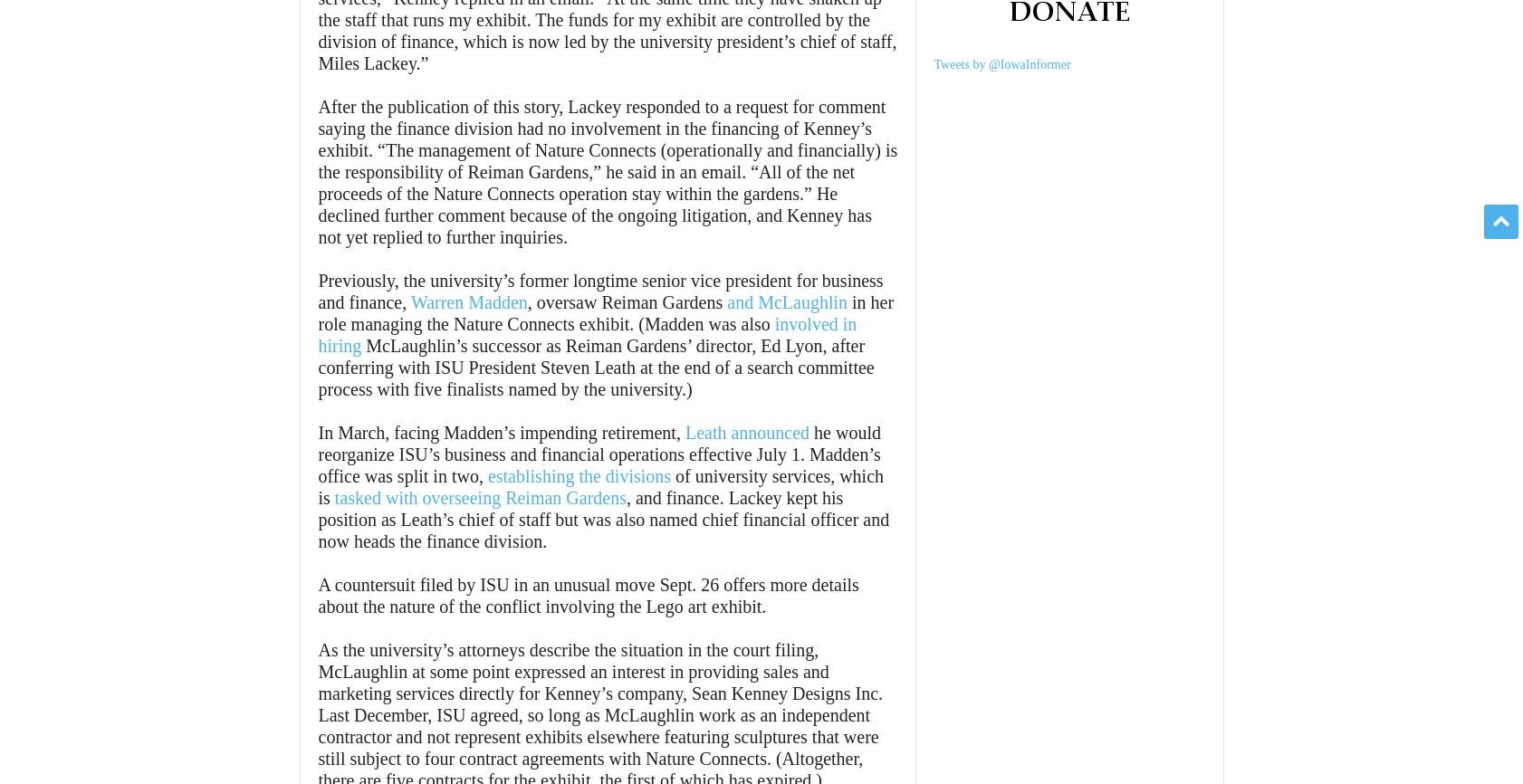 This screenshot has width=1523, height=784. What do you see at coordinates (747, 433) in the screenshot?
I see `'Leath announced'` at bounding box center [747, 433].